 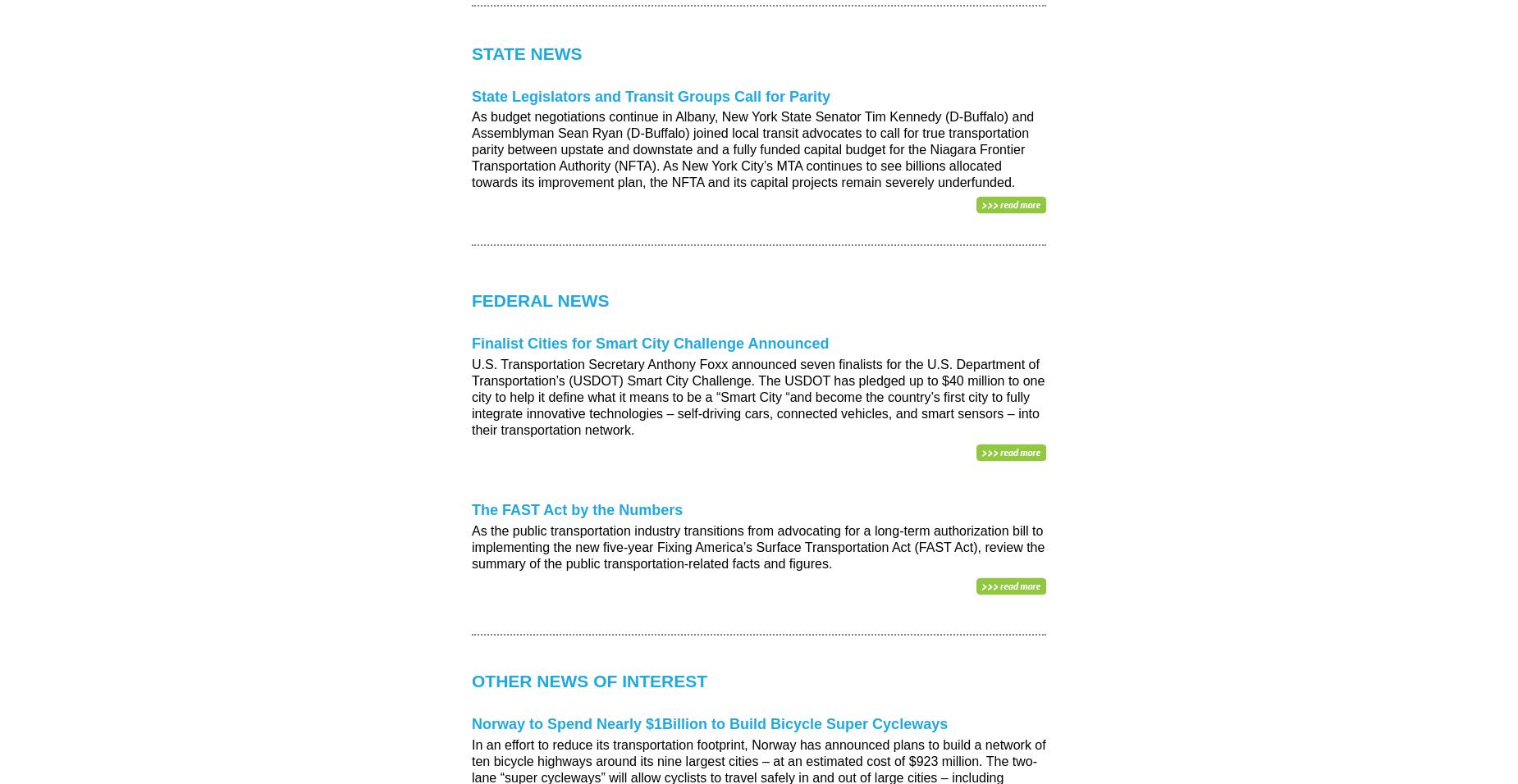 What do you see at coordinates (471, 95) in the screenshot?
I see `'State Legislators and Transit Groups Call for Parity'` at bounding box center [471, 95].